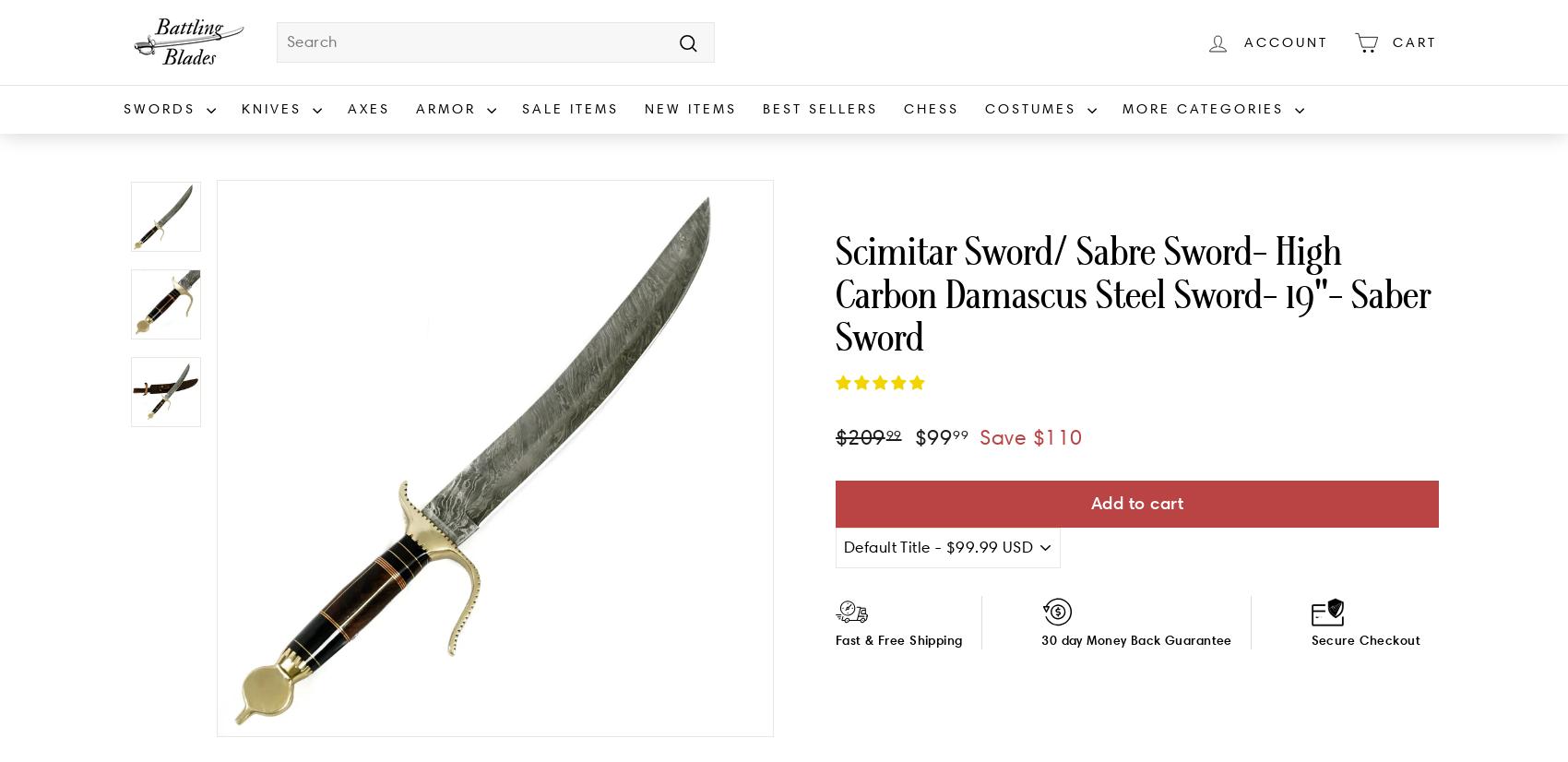 This screenshot has height=762, width=1568. Describe the element at coordinates (270, 371) in the screenshot. I see `'Skinners'` at that location.